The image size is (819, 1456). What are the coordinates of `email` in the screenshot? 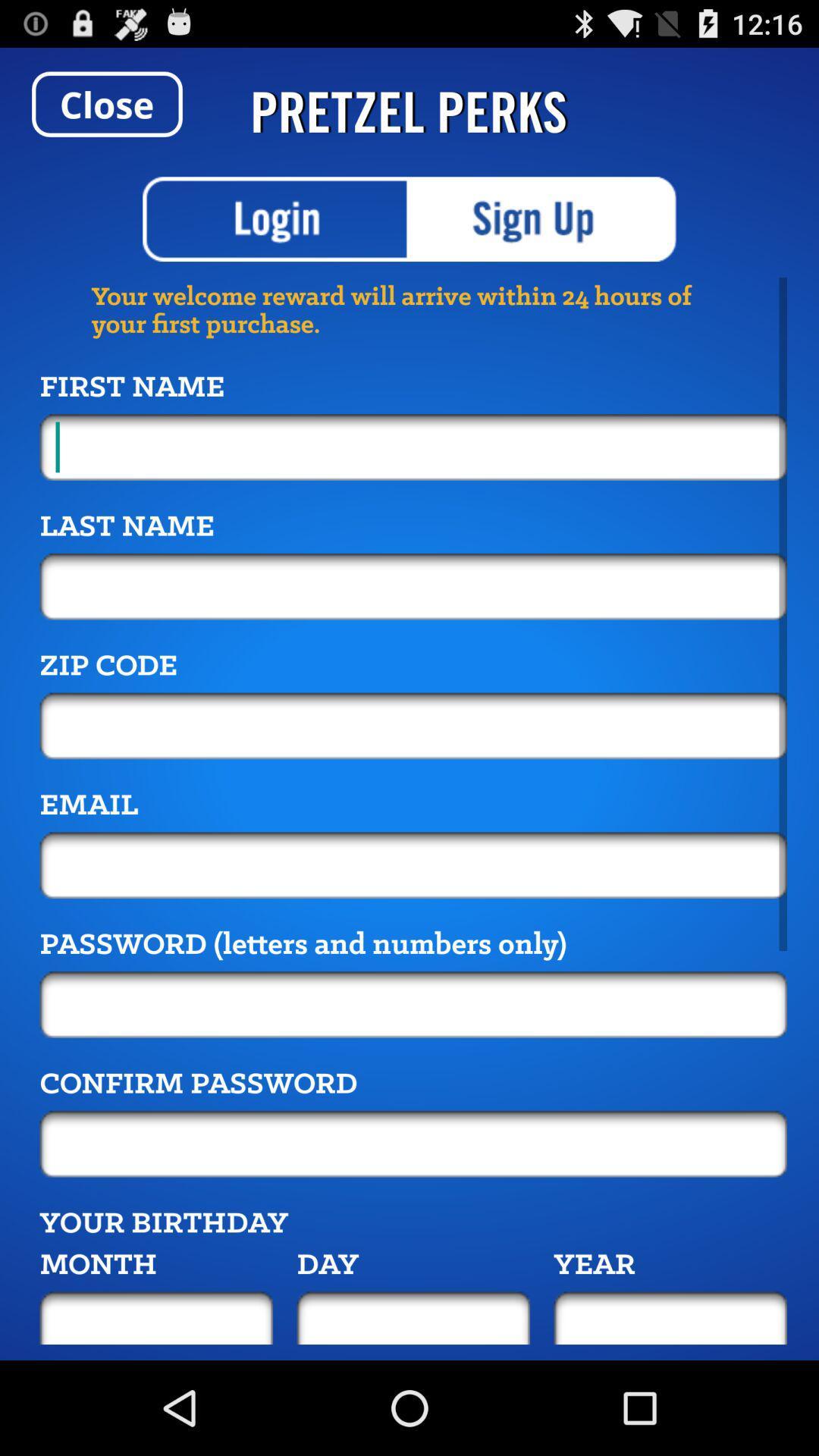 It's located at (413, 865).